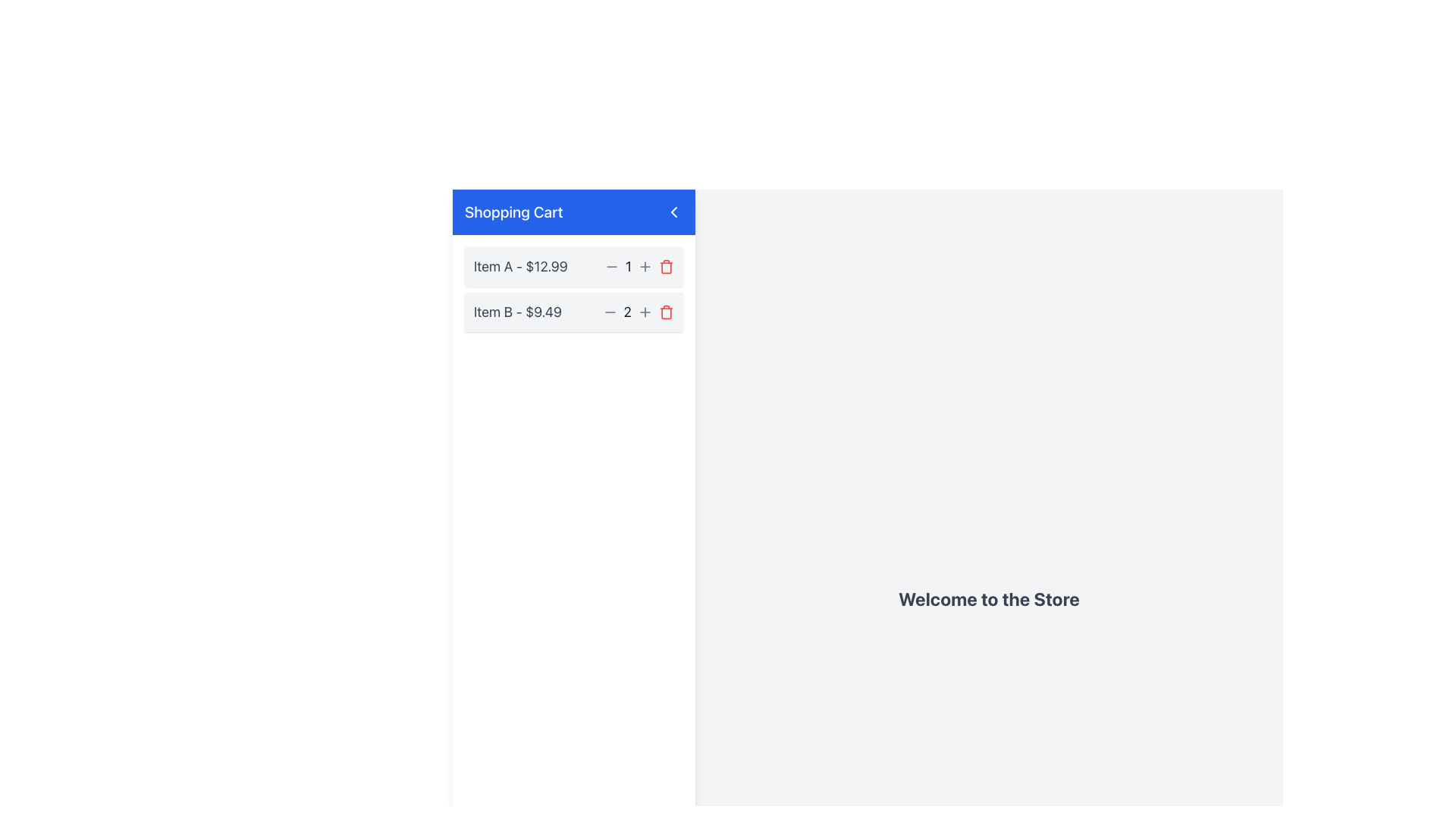 The width and height of the screenshot is (1456, 819). What do you see at coordinates (627, 312) in the screenshot?
I see `the numeric text display showing the number '2', which is part of the decrement and increment controls for 'Item B - $9.49'` at bounding box center [627, 312].